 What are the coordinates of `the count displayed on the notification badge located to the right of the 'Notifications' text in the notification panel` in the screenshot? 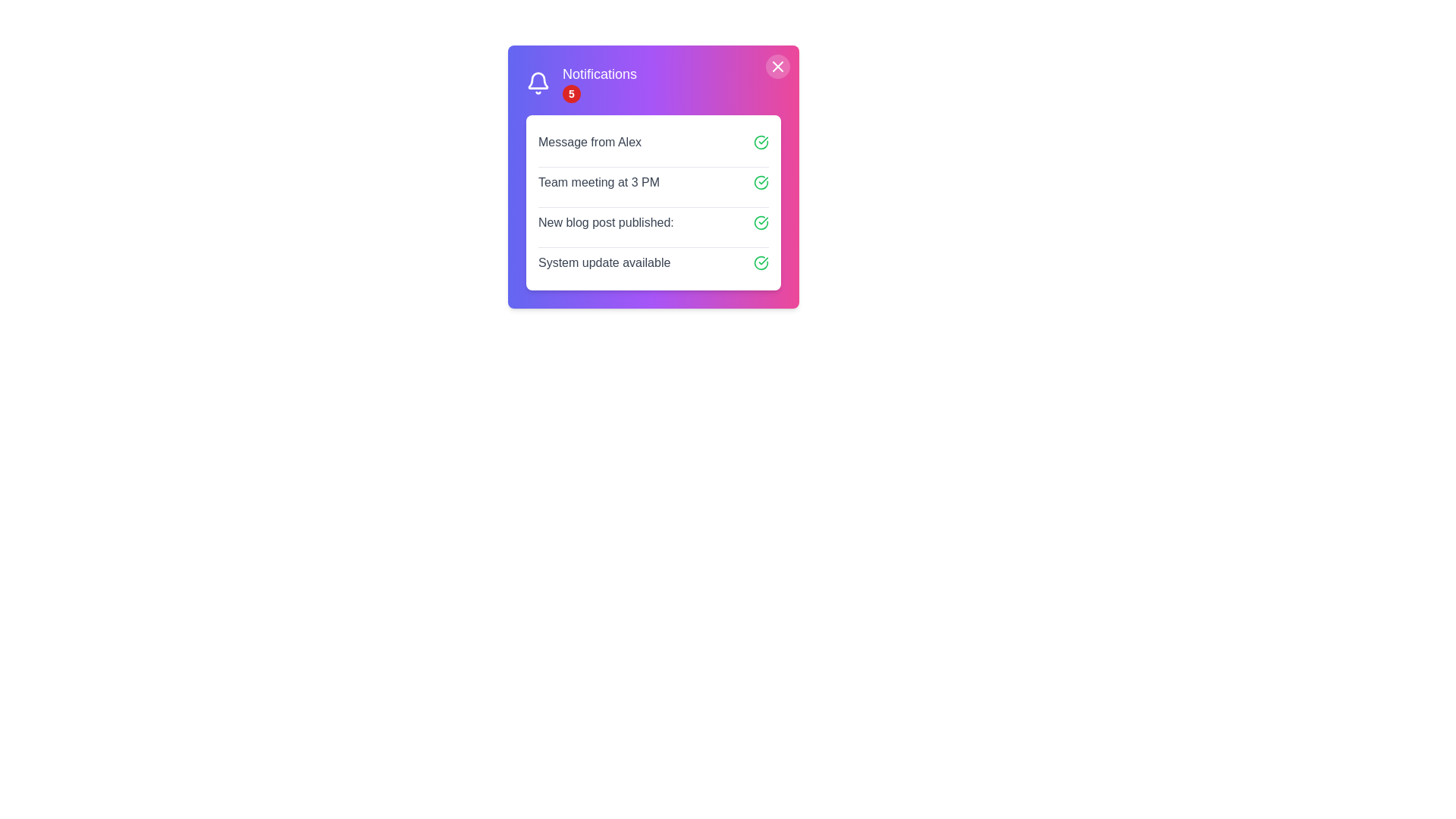 It's located at (570, 93).